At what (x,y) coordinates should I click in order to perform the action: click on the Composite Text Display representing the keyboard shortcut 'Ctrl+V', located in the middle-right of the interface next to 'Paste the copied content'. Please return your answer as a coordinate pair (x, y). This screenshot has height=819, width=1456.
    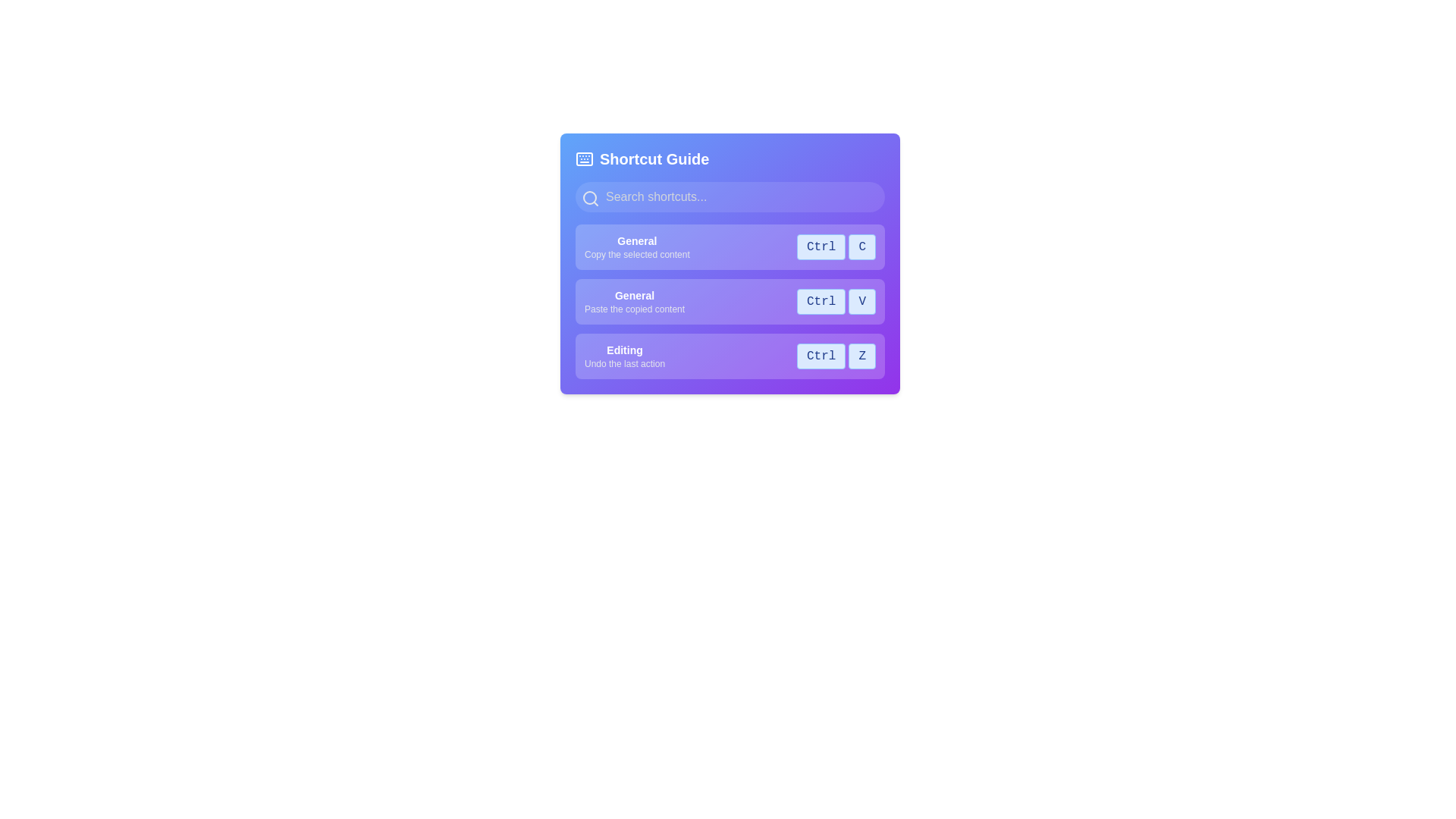
    Looking at the image, I should click on (836, 301).